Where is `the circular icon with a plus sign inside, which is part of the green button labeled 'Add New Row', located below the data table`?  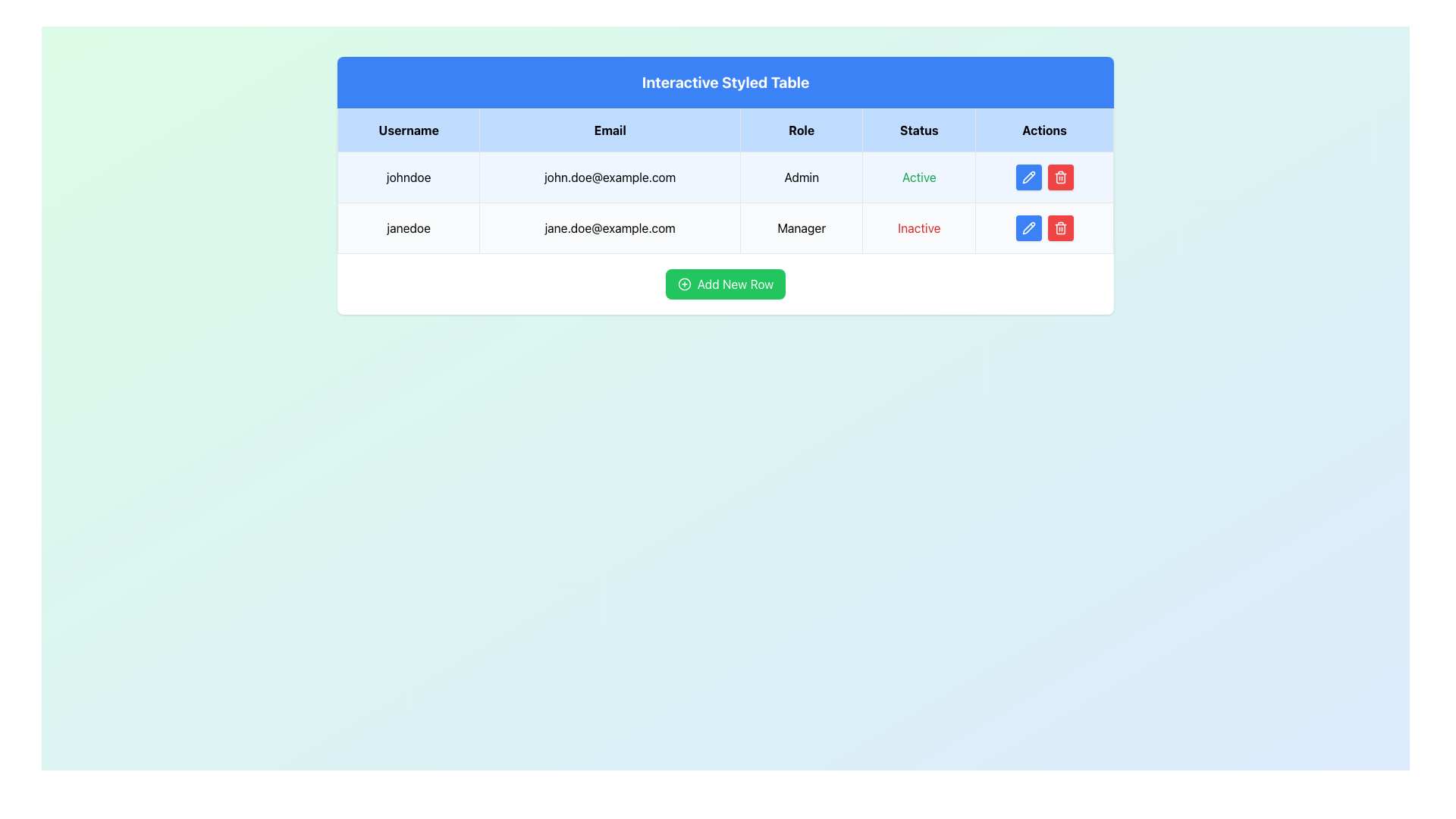
the circular icon with a plus sign inside, which is part of the green button labeled 'Add New Row', located below the data table is located at coordinates (683, 284).